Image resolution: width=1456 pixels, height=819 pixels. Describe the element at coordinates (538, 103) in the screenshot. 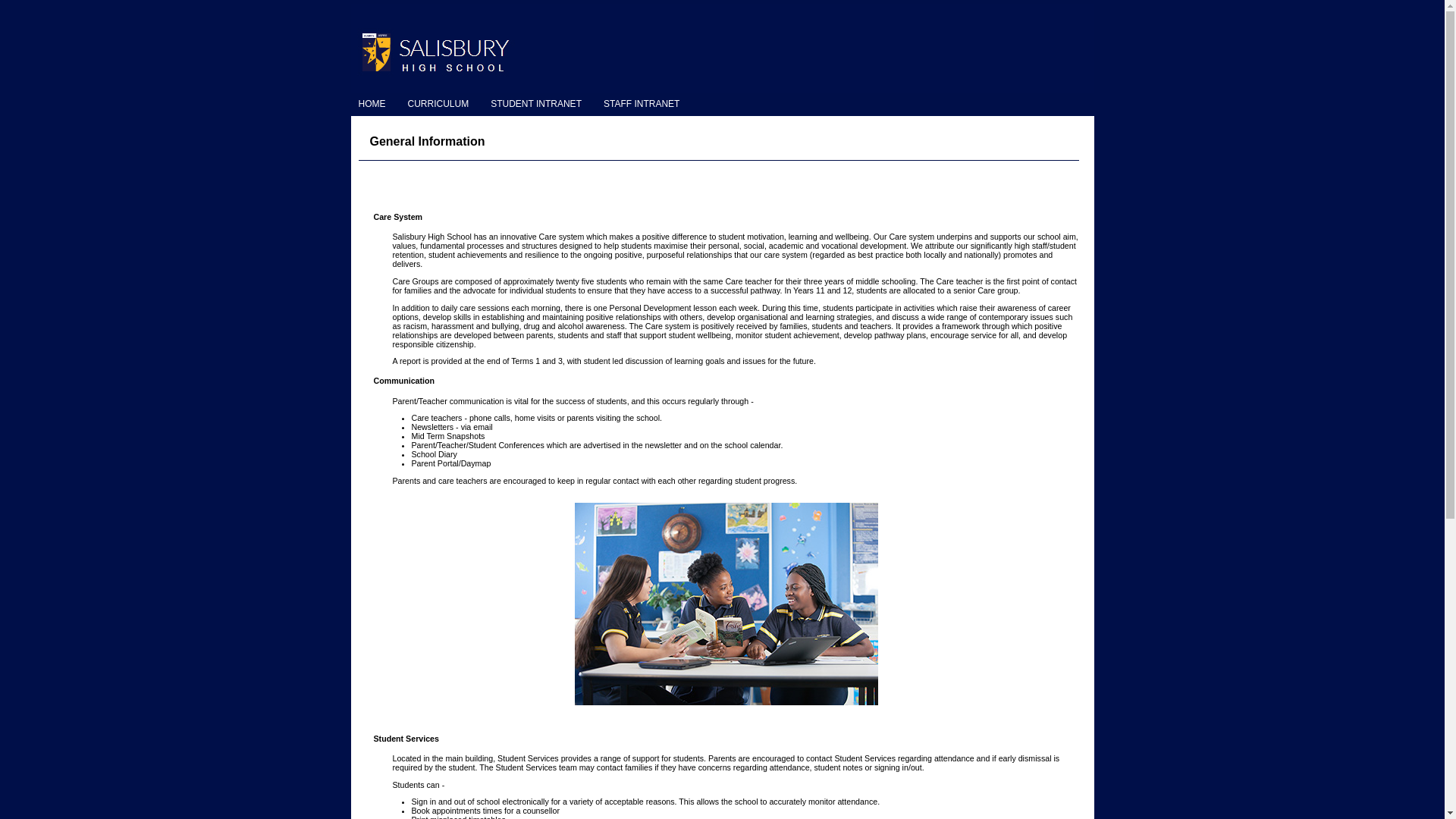

I see `'STUDENT INTRANET'` at that location.